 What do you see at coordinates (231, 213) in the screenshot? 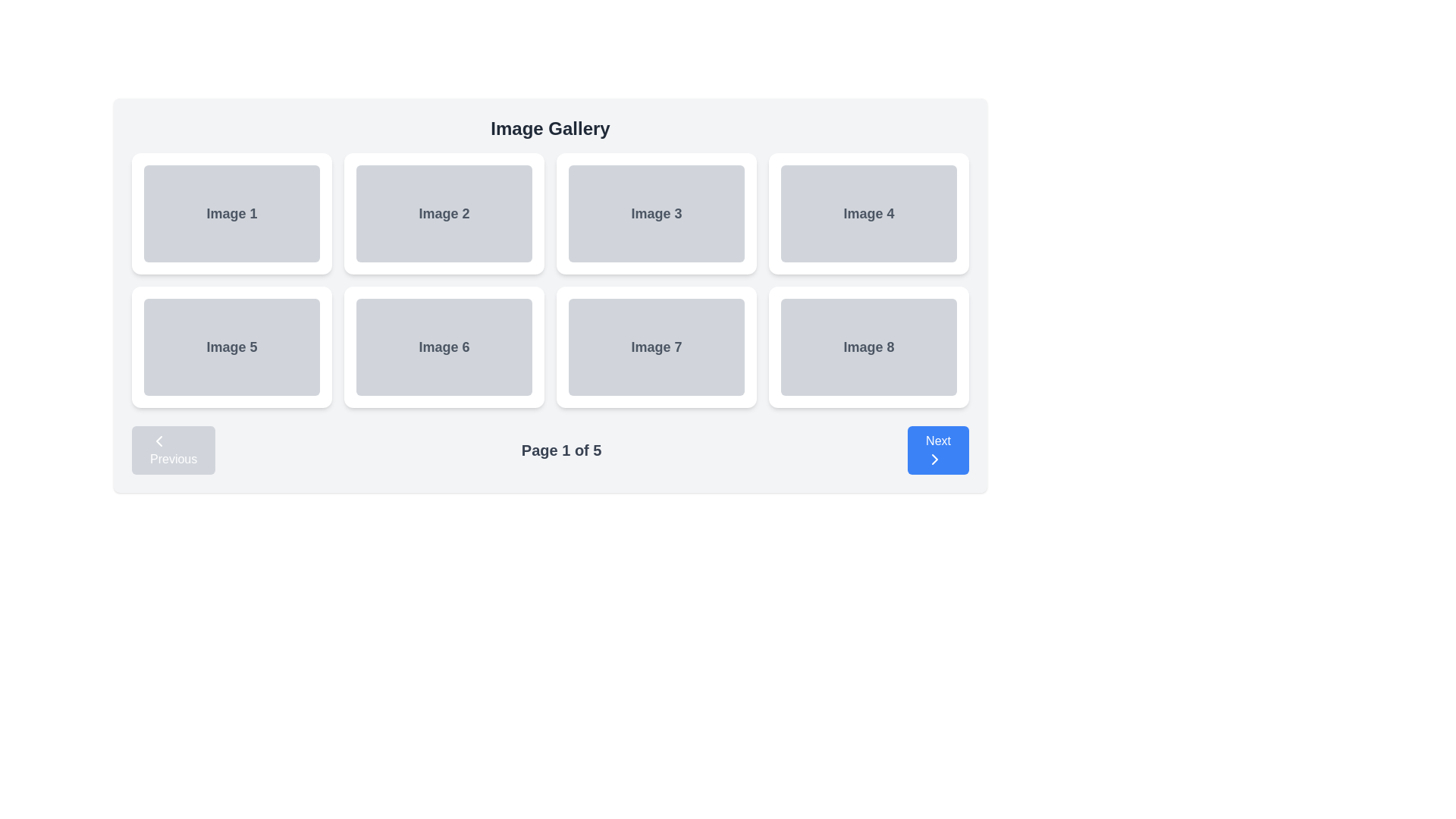
I see `the descriptive text label for the first image in the top-left cell of the 'Image Gallery' grid layout` at bounding box center [231, 213].